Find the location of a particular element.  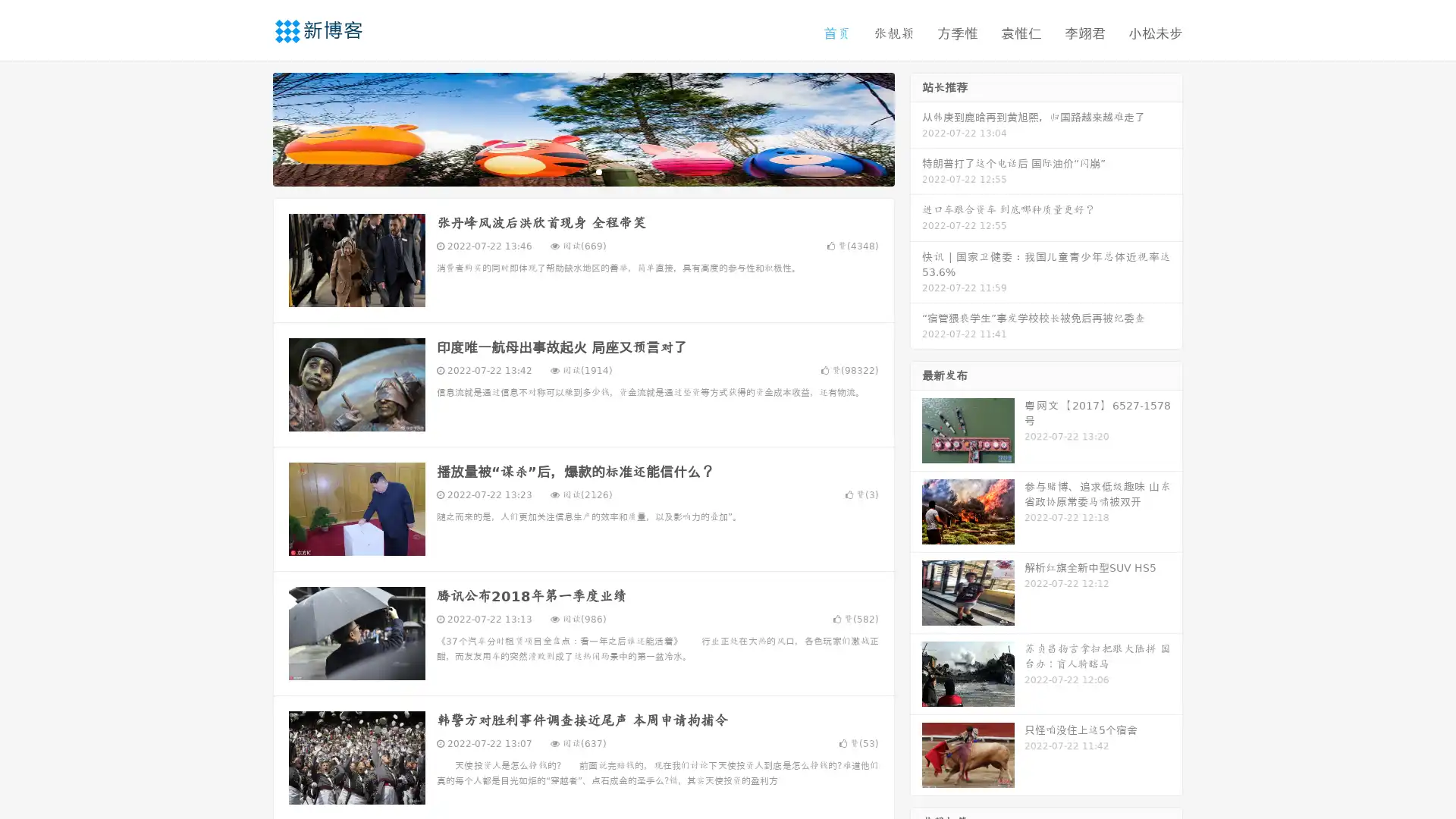

Next slide is located at coordinates (916, 127).